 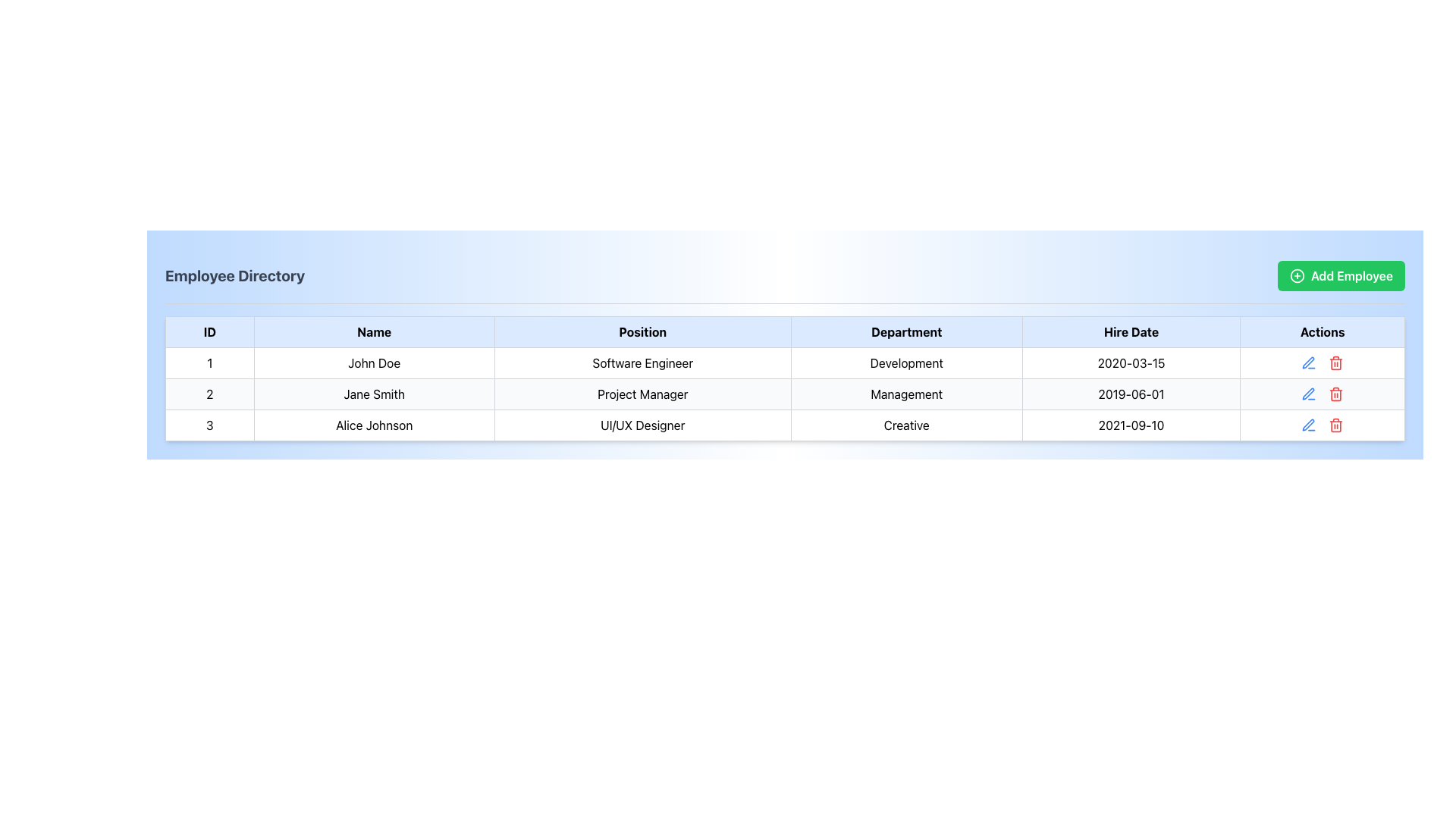 I want to click on the Text Label that serves as a header for the job or role column in the table, located between the 'Name' and 'Department' headers, so click(x=642, y=331).